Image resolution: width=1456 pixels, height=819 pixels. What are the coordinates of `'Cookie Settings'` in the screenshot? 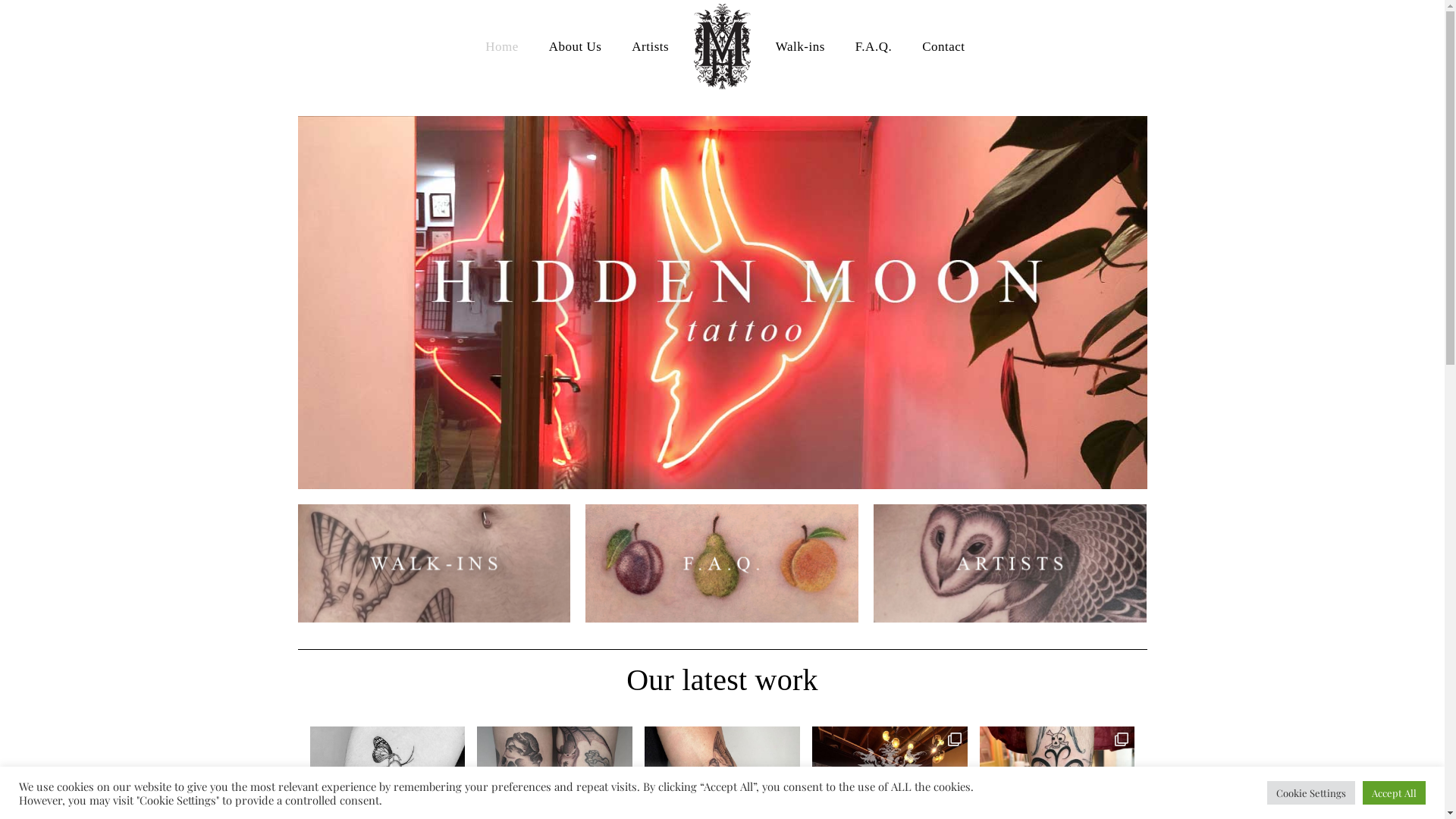 It's located at (1266, 792).